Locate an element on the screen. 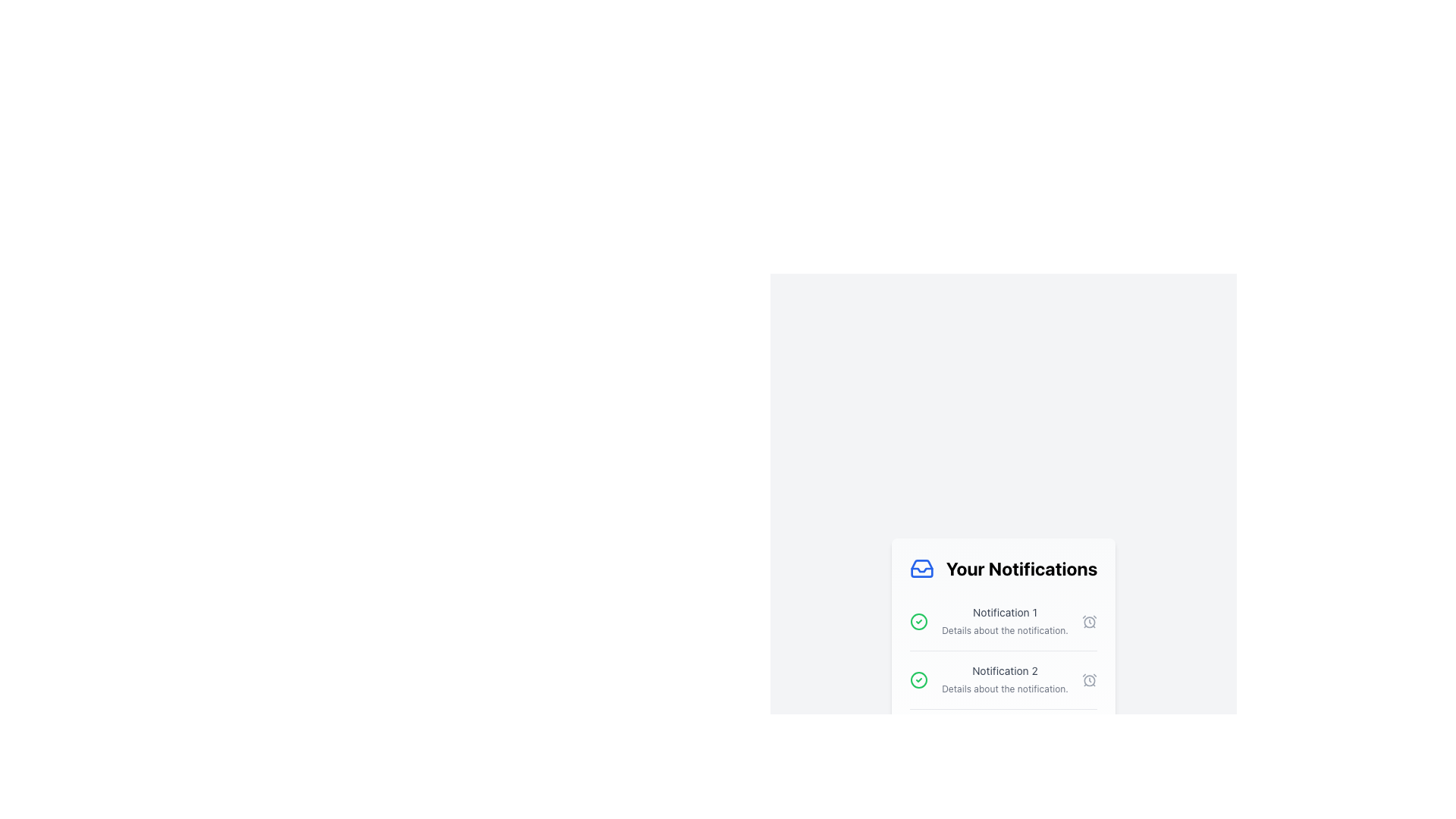  the Text Label that reads 'Details about the notification.' which is styled in a smaller font and displayed in a lighter gray color, positioned immediately below 'Notification 1' is located at coordinates (1005, 630).